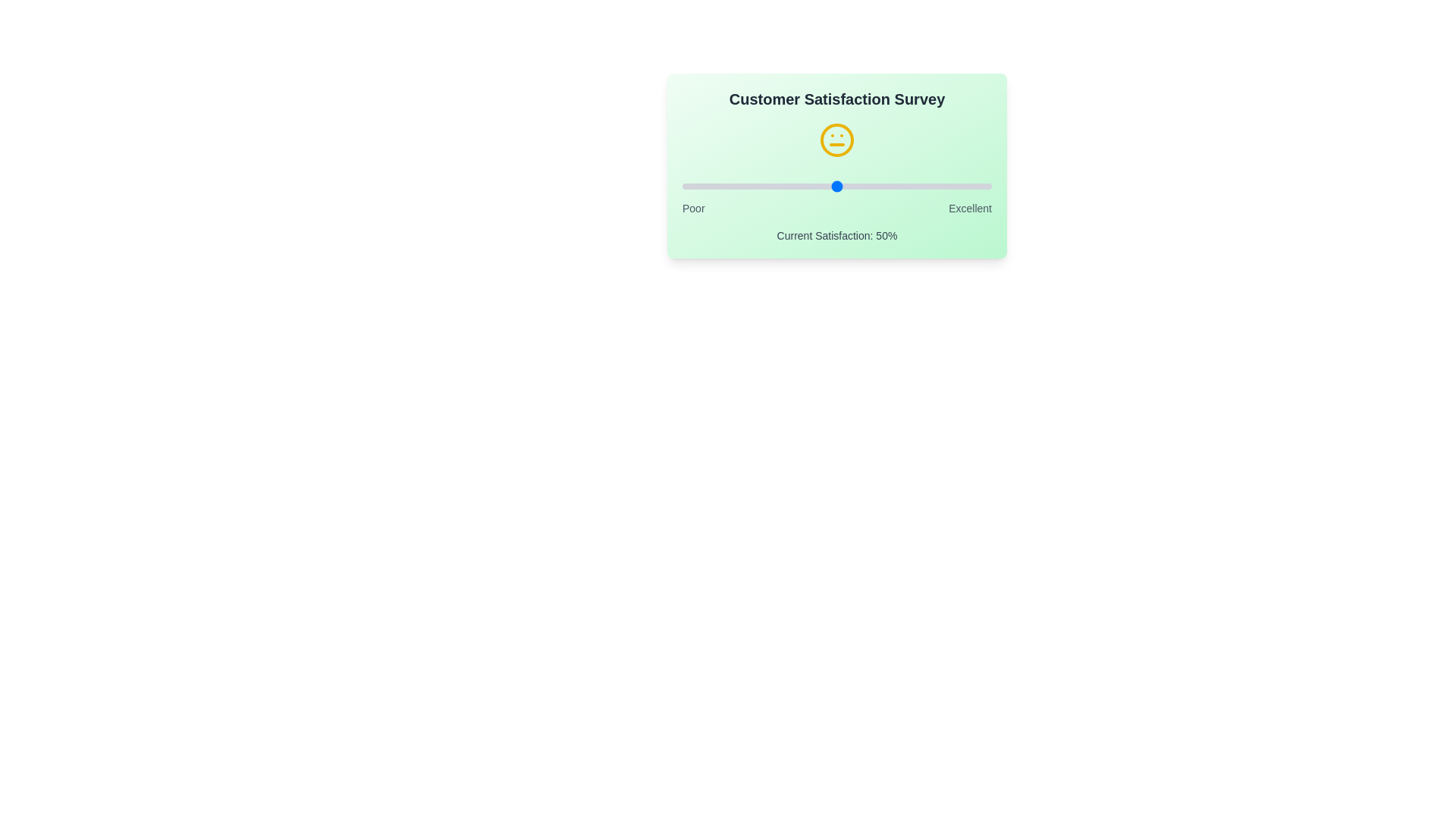 The width and height of the screenshot is (1456, 819). What do you see at coordinates (836, 186) in the screenshot?
I see `the satisfaction slider to 50%` at bounding box center [836, 186].